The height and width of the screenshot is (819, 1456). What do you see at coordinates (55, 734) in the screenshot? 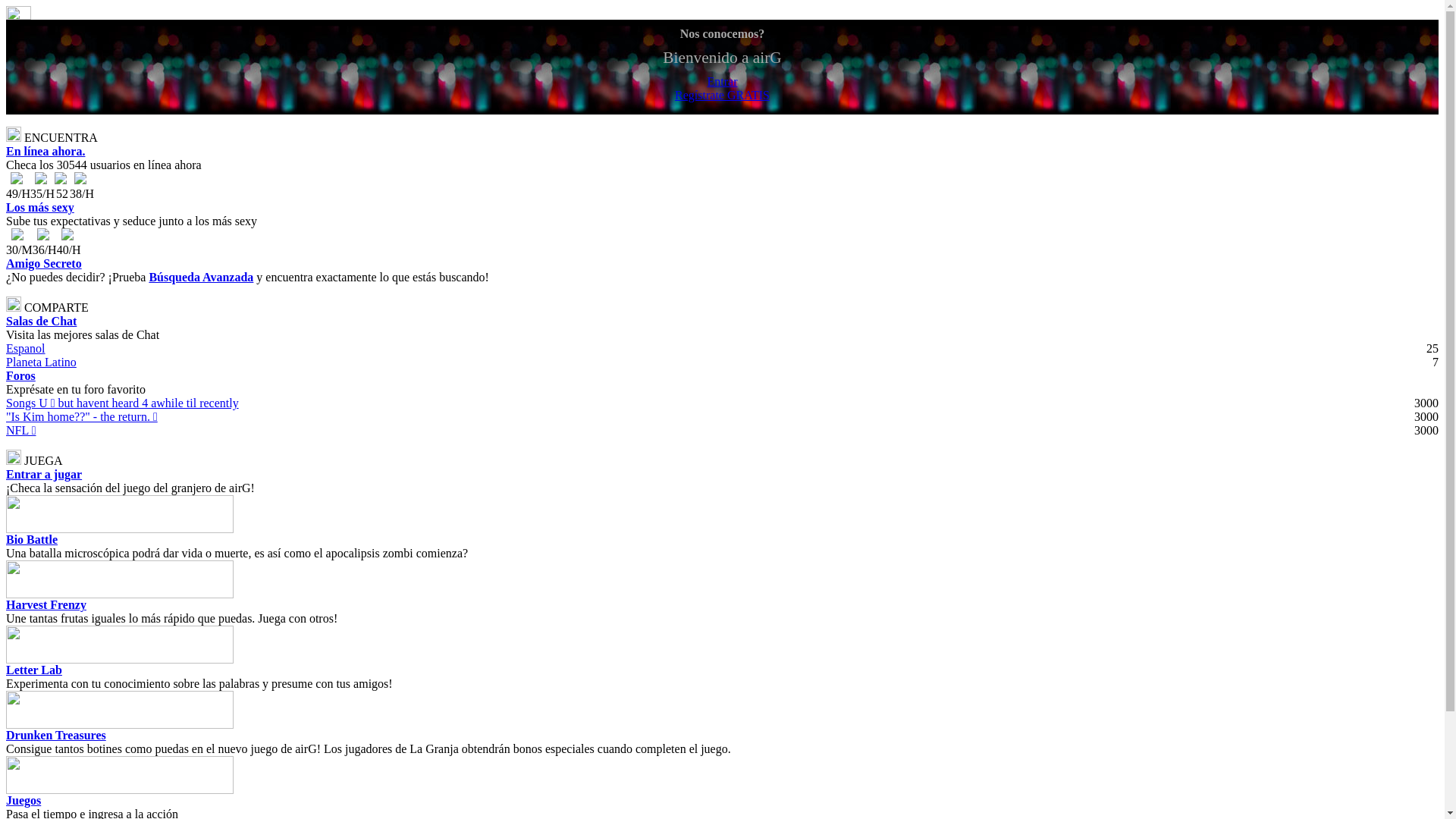
I see `'Drunken Treasures'` at bounding box center [55, 734].